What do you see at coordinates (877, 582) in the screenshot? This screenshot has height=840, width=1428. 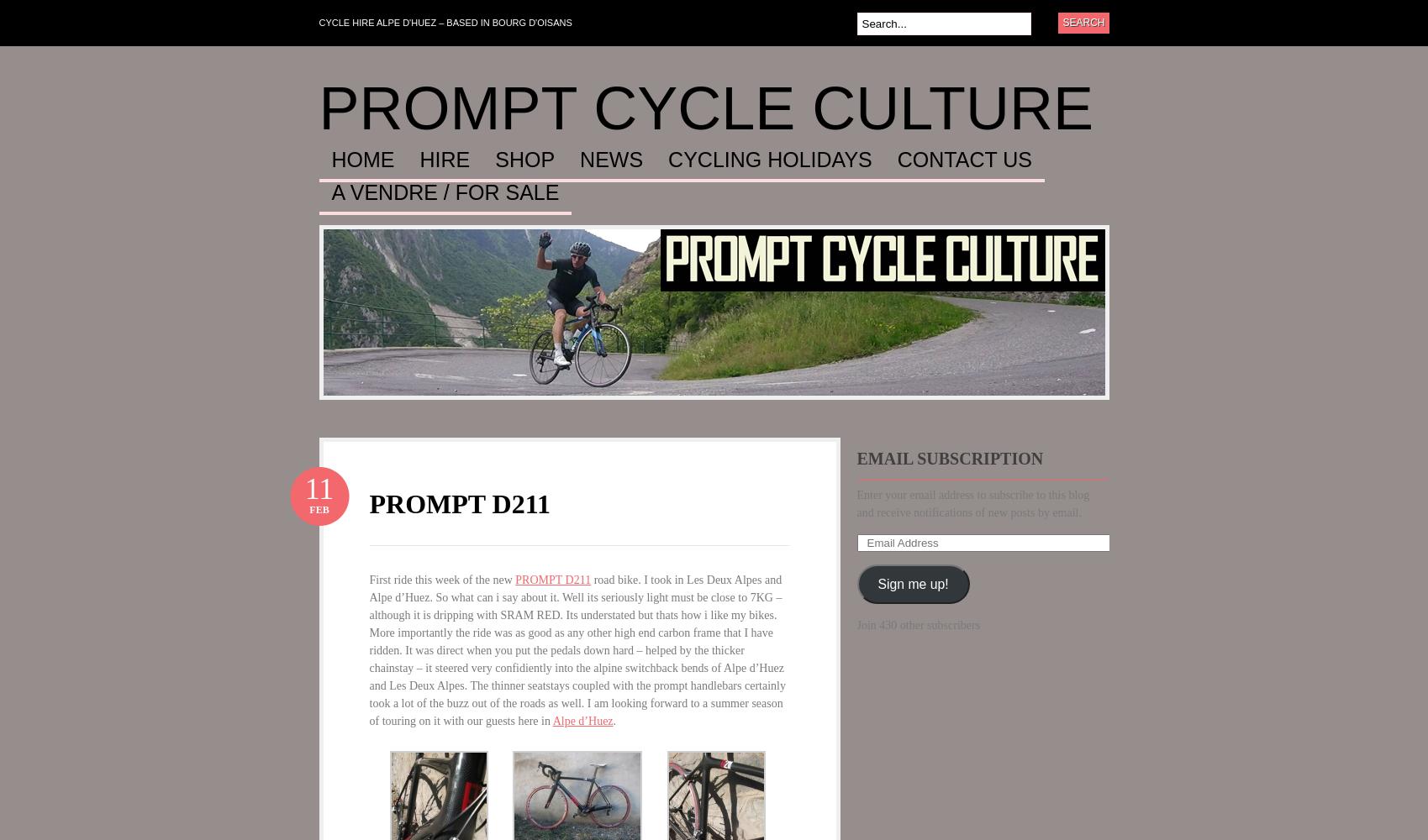 I see `'Sign me up!'` at bounding box center [877, 582].